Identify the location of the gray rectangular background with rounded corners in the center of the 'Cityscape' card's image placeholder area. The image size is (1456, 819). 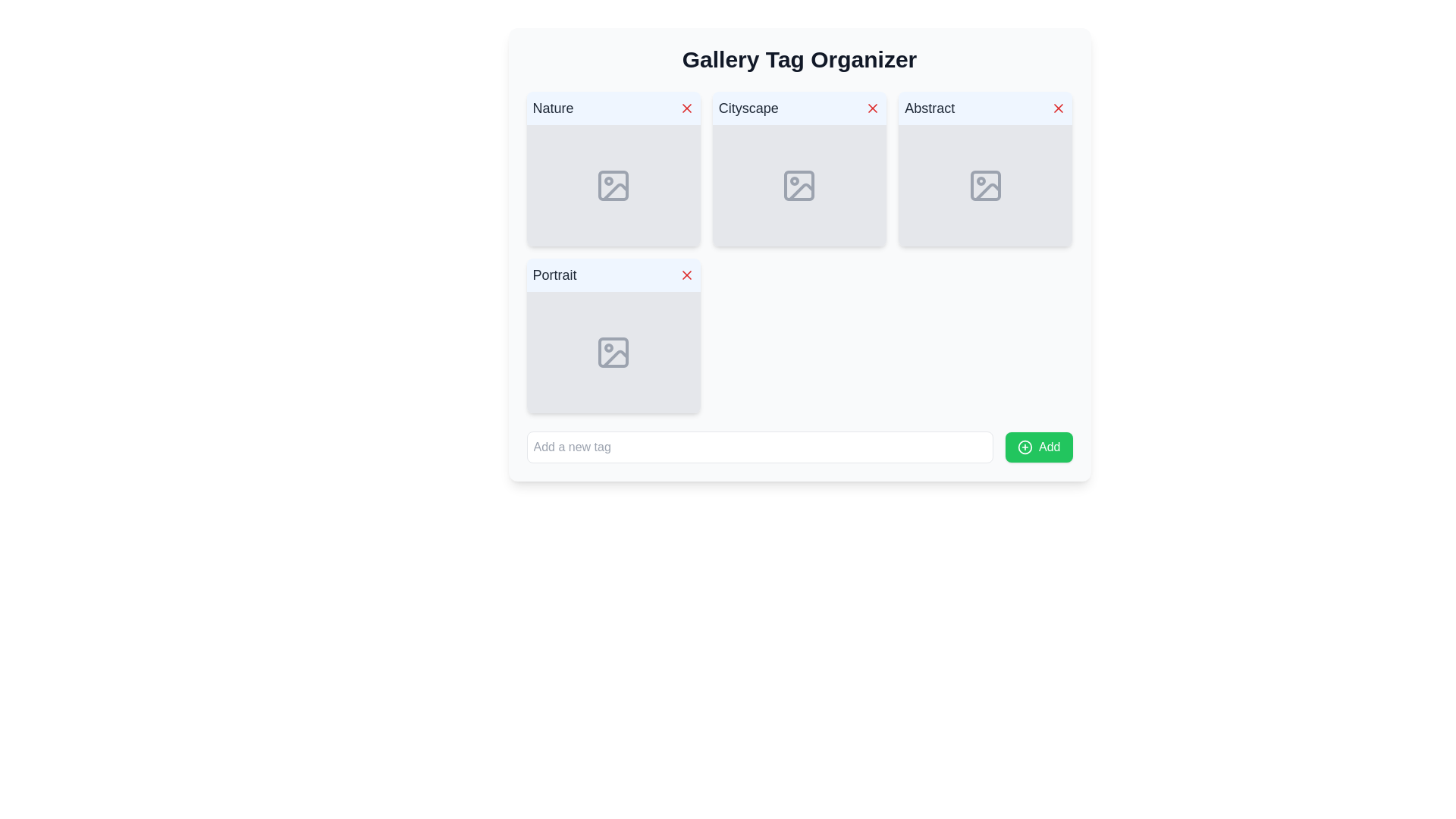
(799, 185).